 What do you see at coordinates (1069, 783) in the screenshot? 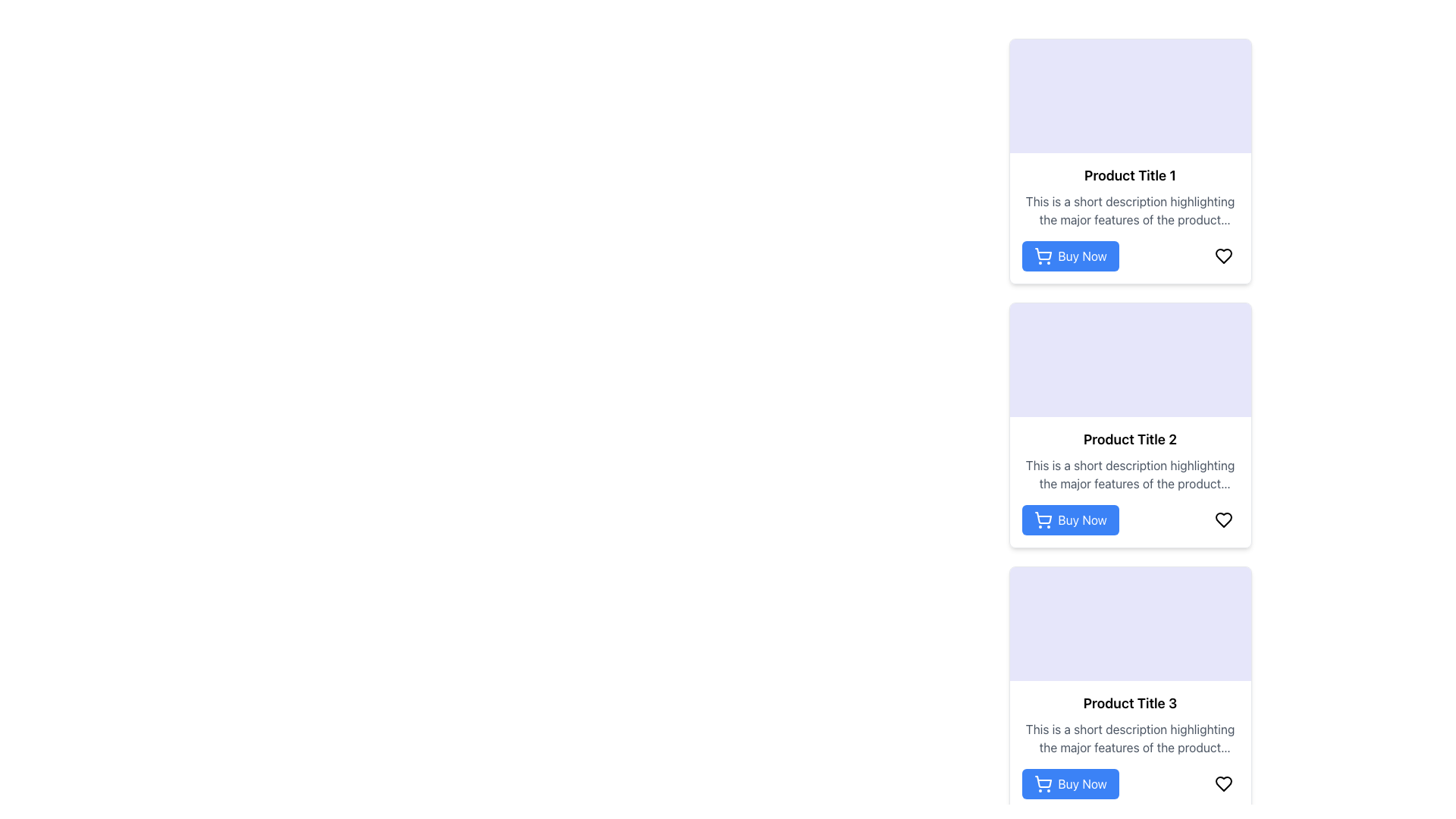
I see `the 'Buy Now' button with a shopping cart icon located at the bottom of the card labeled 'Product Title 3'` at bounding box center [1069, 783].